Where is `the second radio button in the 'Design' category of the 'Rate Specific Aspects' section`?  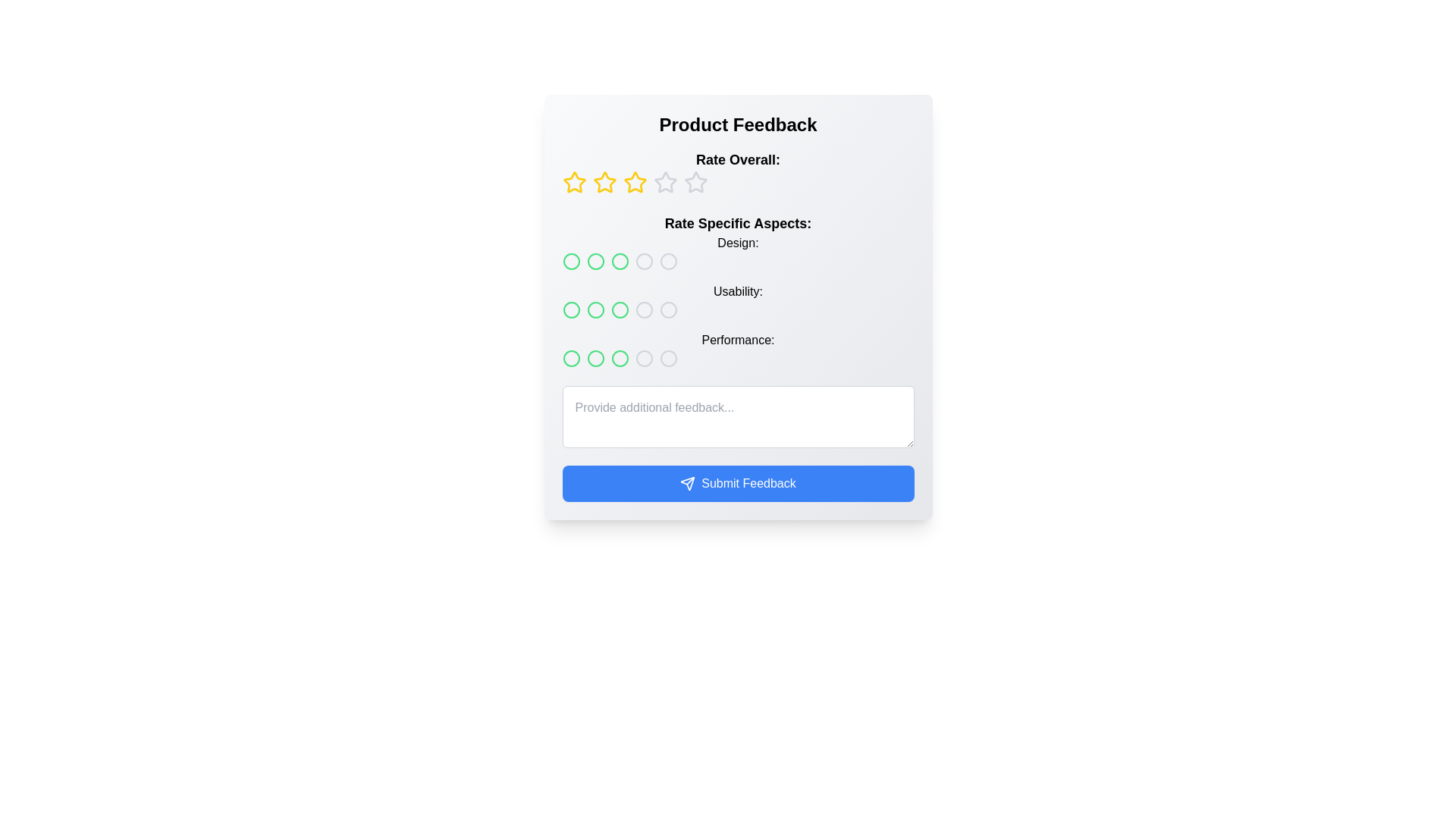
the second radio button in the 'Design' category of the 'Rate Specific Aspects' section is located at coordinates (595, 260).